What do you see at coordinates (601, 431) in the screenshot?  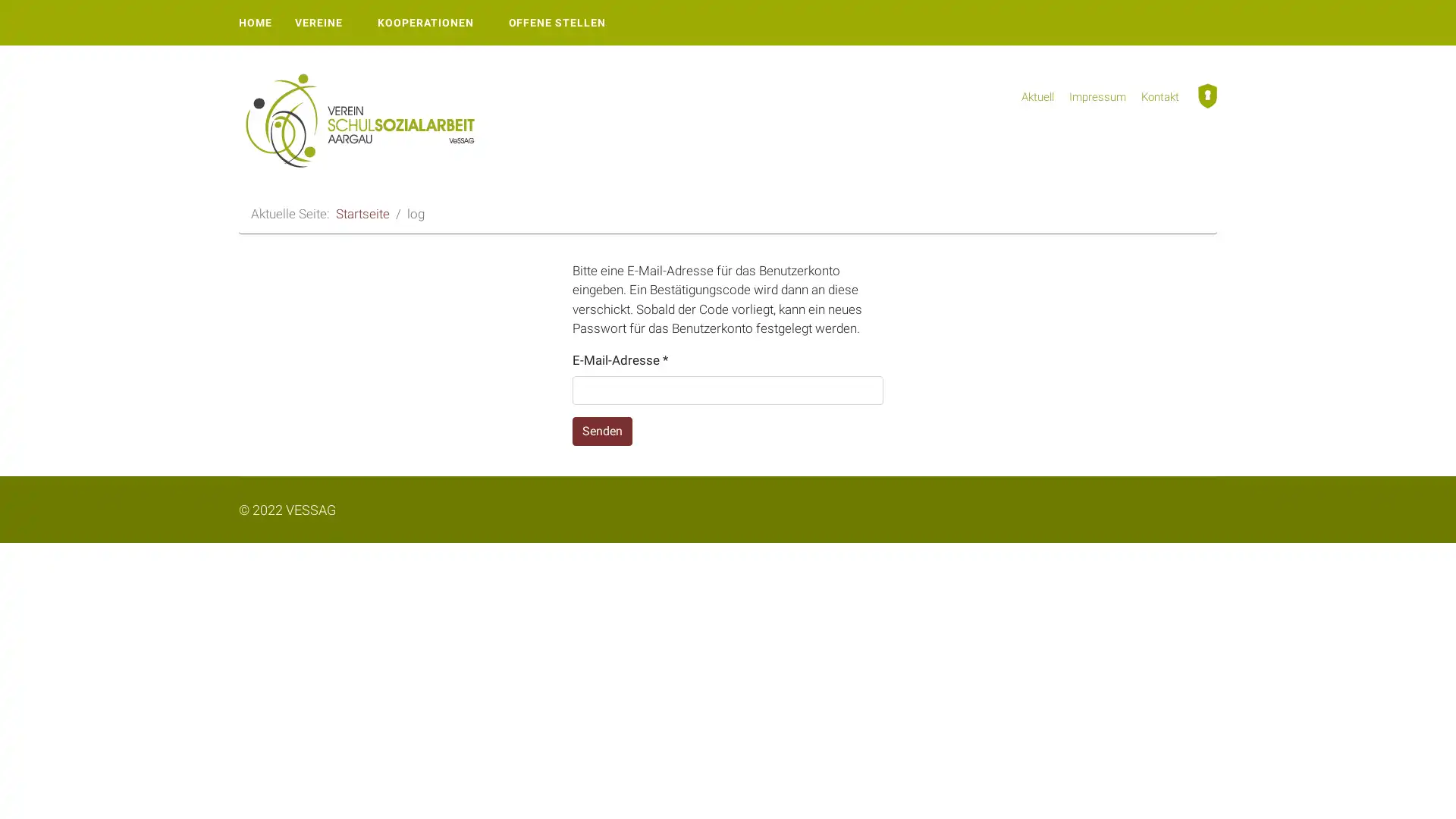 I see `Senden` at bounding box center [601, 431].